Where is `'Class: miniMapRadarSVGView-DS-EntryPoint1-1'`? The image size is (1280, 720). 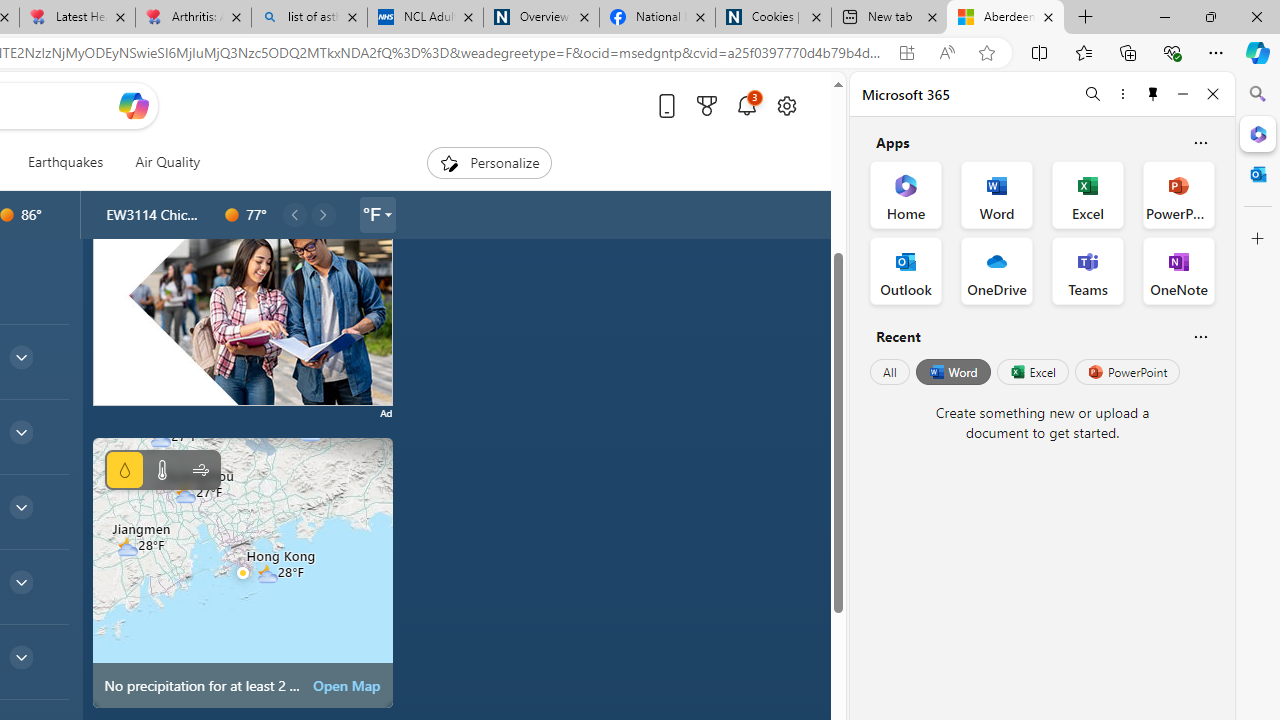
'Class: miniMapRadarSVGView-DS-EntryPoint1-1' is located at coordinates (241, 572).